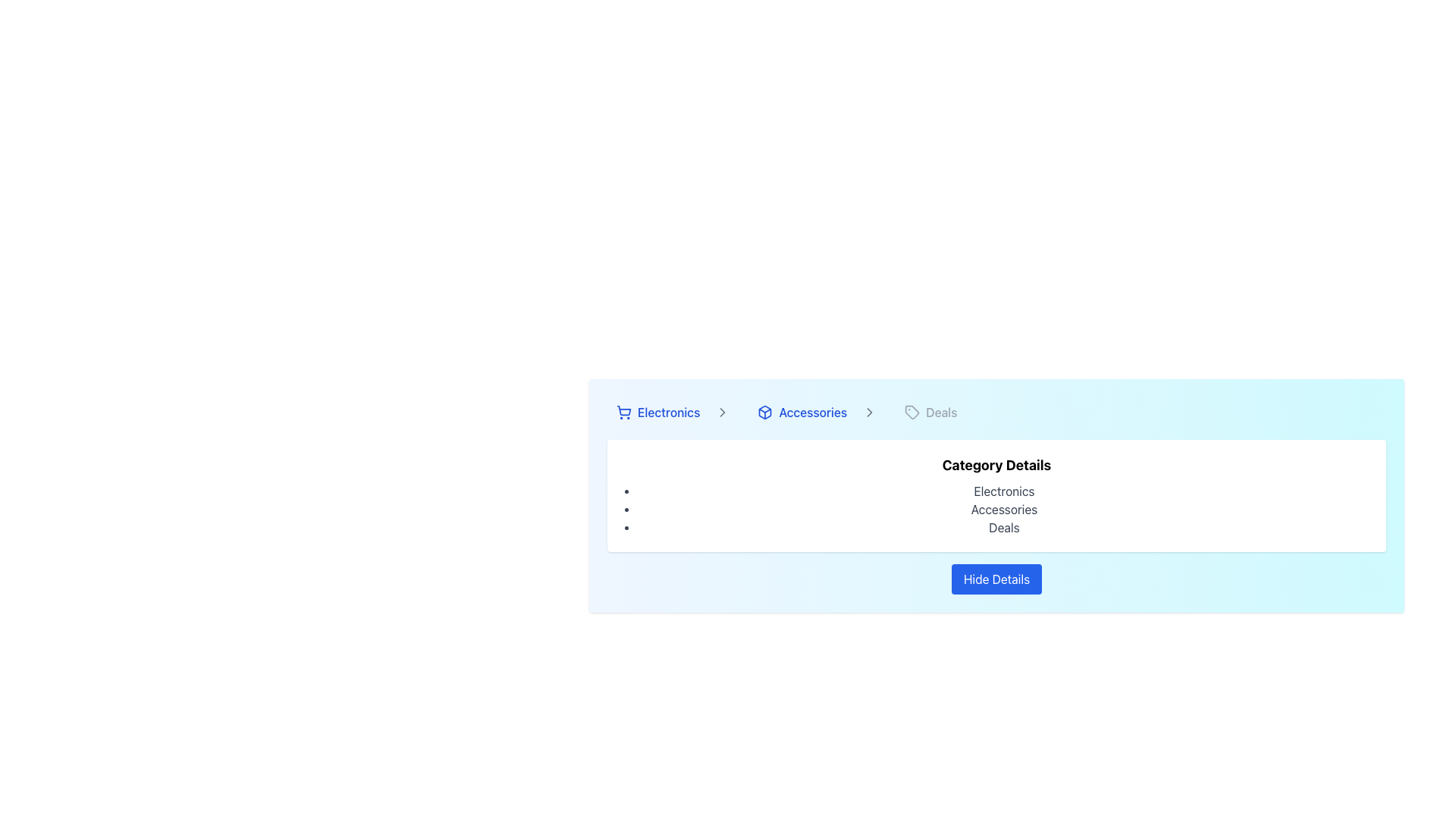 The image size is (1456, 819). What do you see at coordinates (801, 412) in the screenshot?
I see `the interactive hyperlink label displaying 'Accessories'` at bounding box center [801, 412].